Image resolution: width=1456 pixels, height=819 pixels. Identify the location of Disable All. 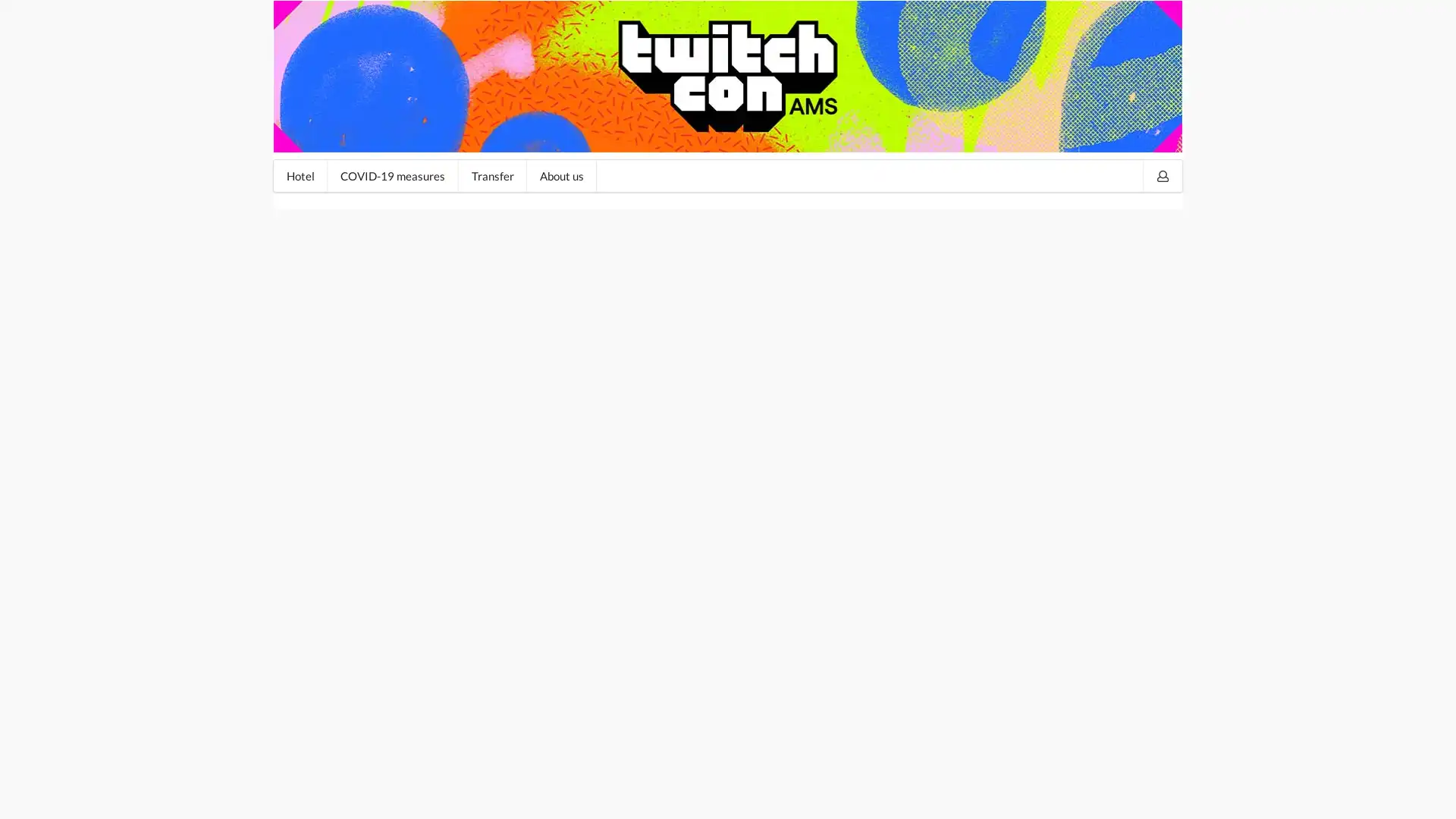
(1040, 794).